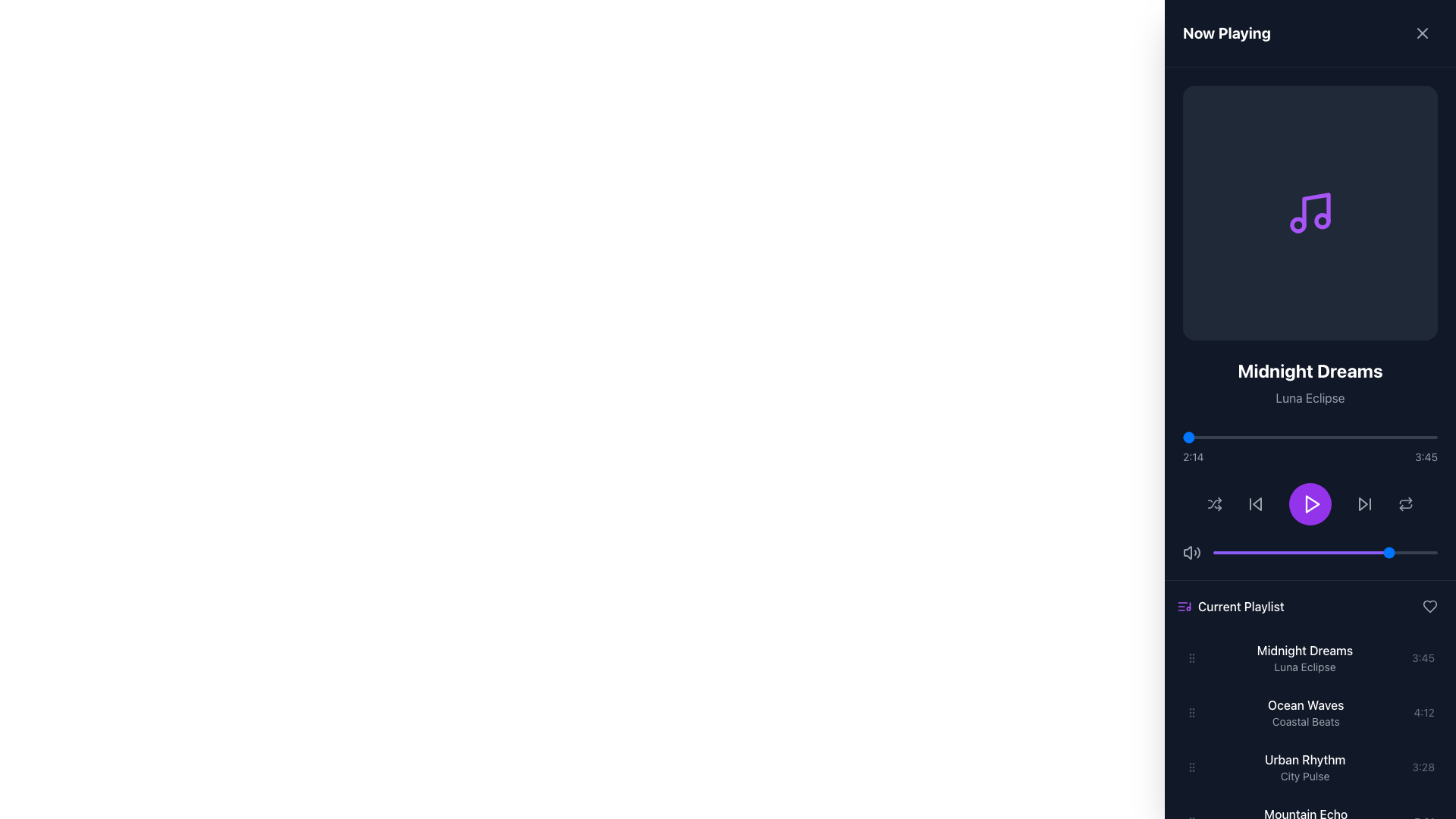 This screenshot has height=819, width=1456. Describe the element at coordinates (1256, 504) in the screenshot. I see `the Playback control button, the second button from the left in the row of playback controls, to change its color` at that location.